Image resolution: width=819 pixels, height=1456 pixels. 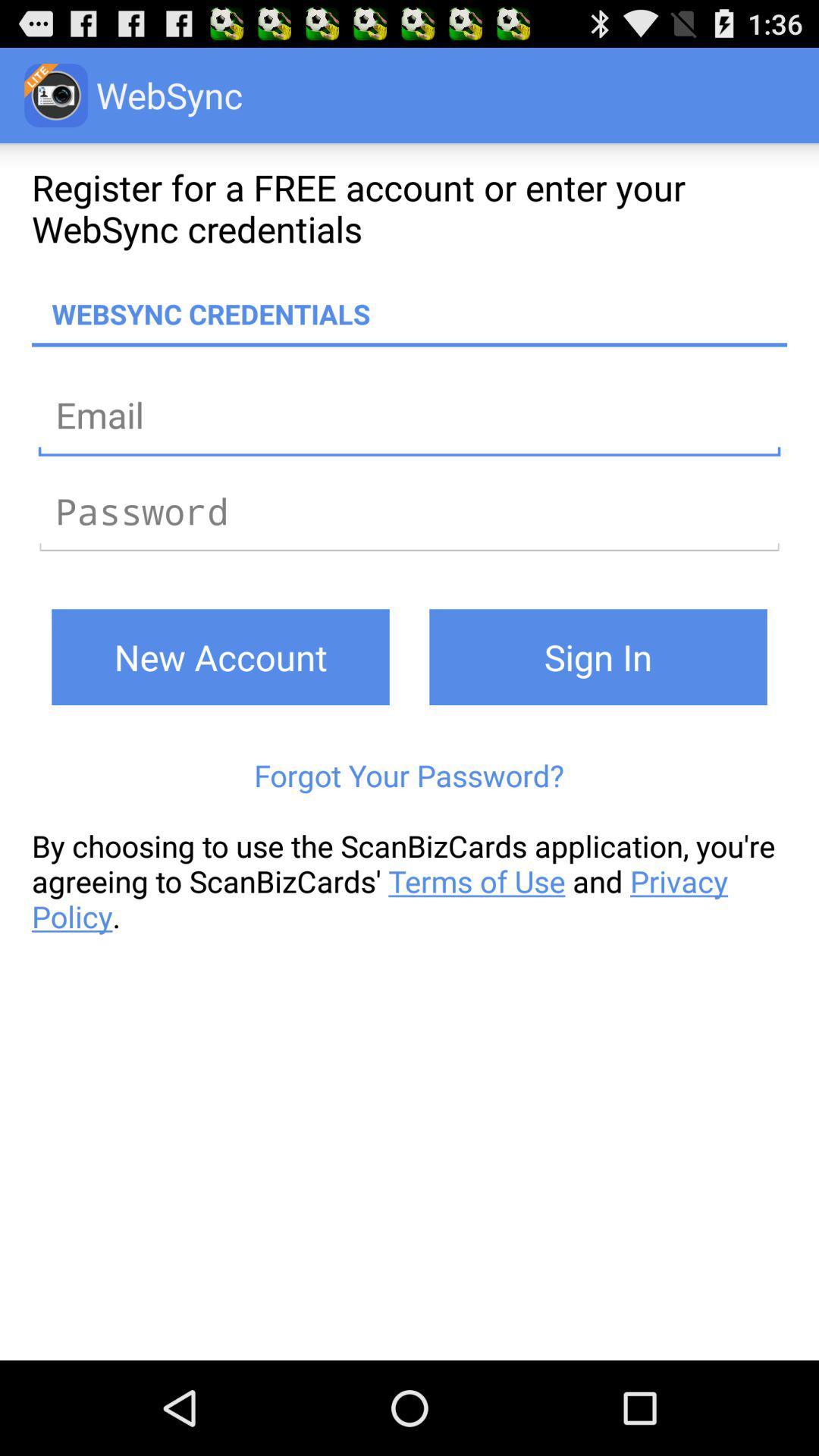 What do you see at coordinates (408, 775) in the screenshot?
I see `the button below new account button` at bounding box center [408, 775].